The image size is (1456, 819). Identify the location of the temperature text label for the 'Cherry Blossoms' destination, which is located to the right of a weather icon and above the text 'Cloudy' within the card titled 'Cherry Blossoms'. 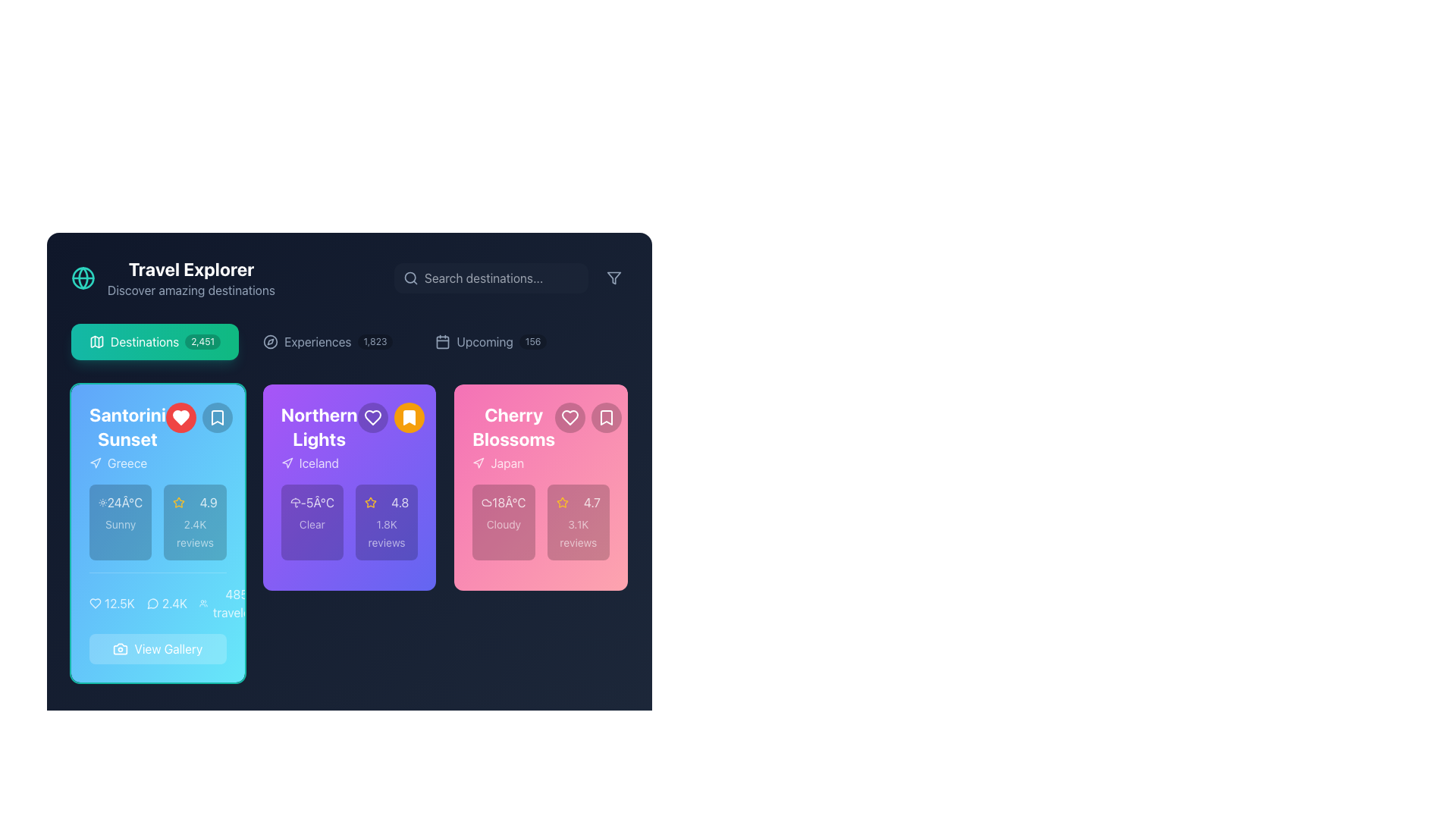
(509, 503).